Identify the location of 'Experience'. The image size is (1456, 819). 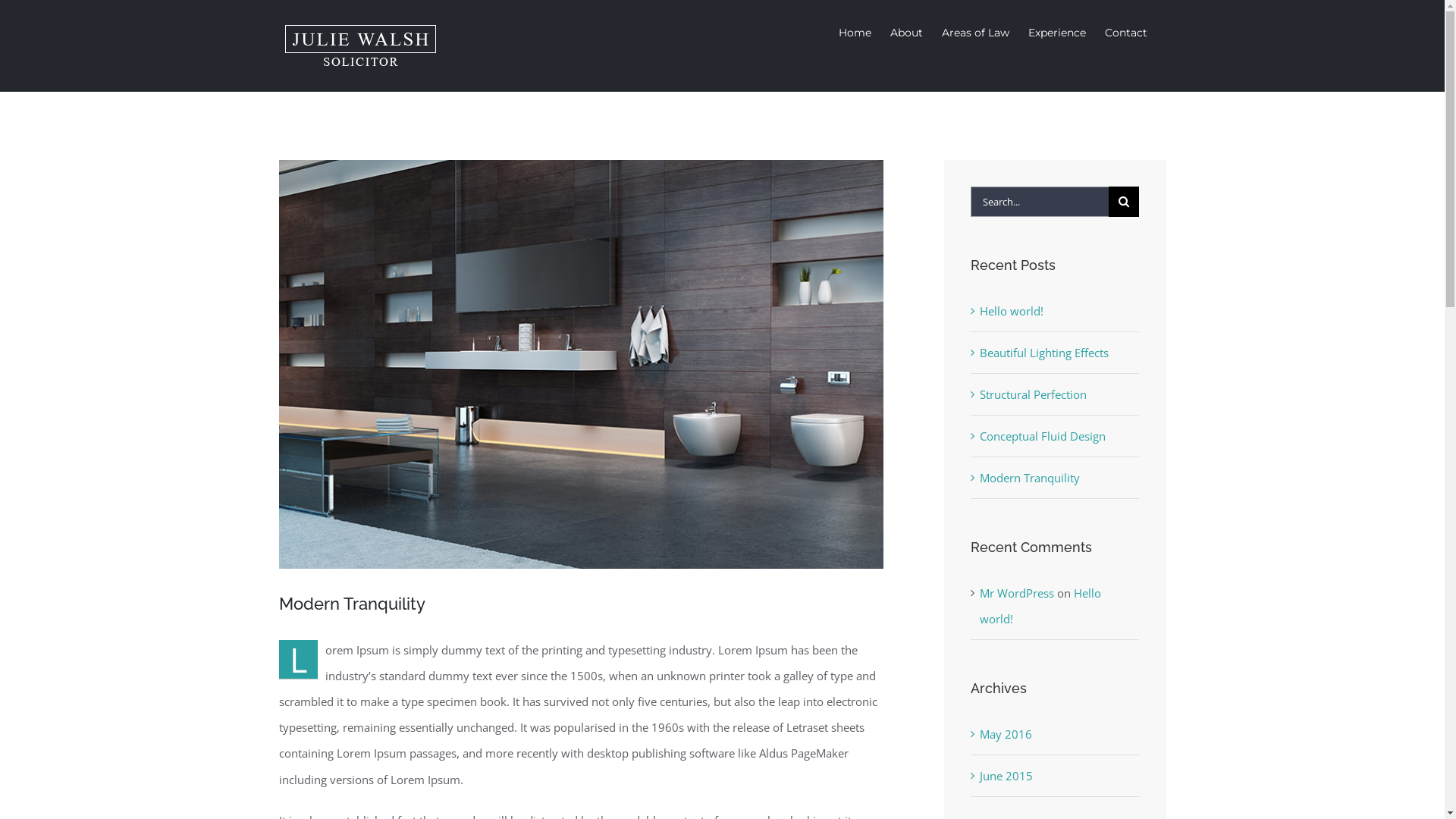
(1056, 32).